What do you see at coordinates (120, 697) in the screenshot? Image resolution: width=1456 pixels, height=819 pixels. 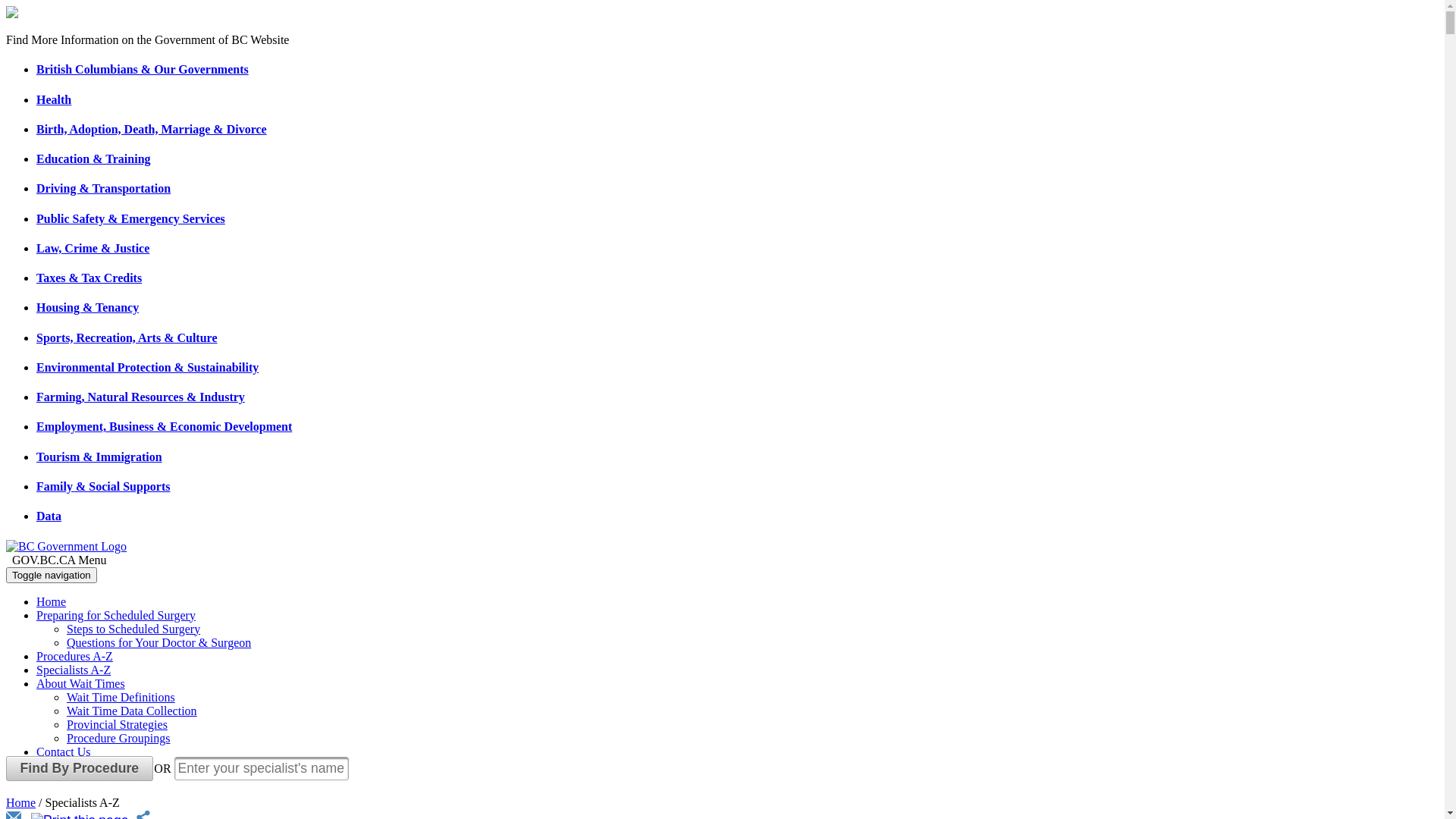 I see `'Wait Time Definitions'` at bounding box center [120, 697].